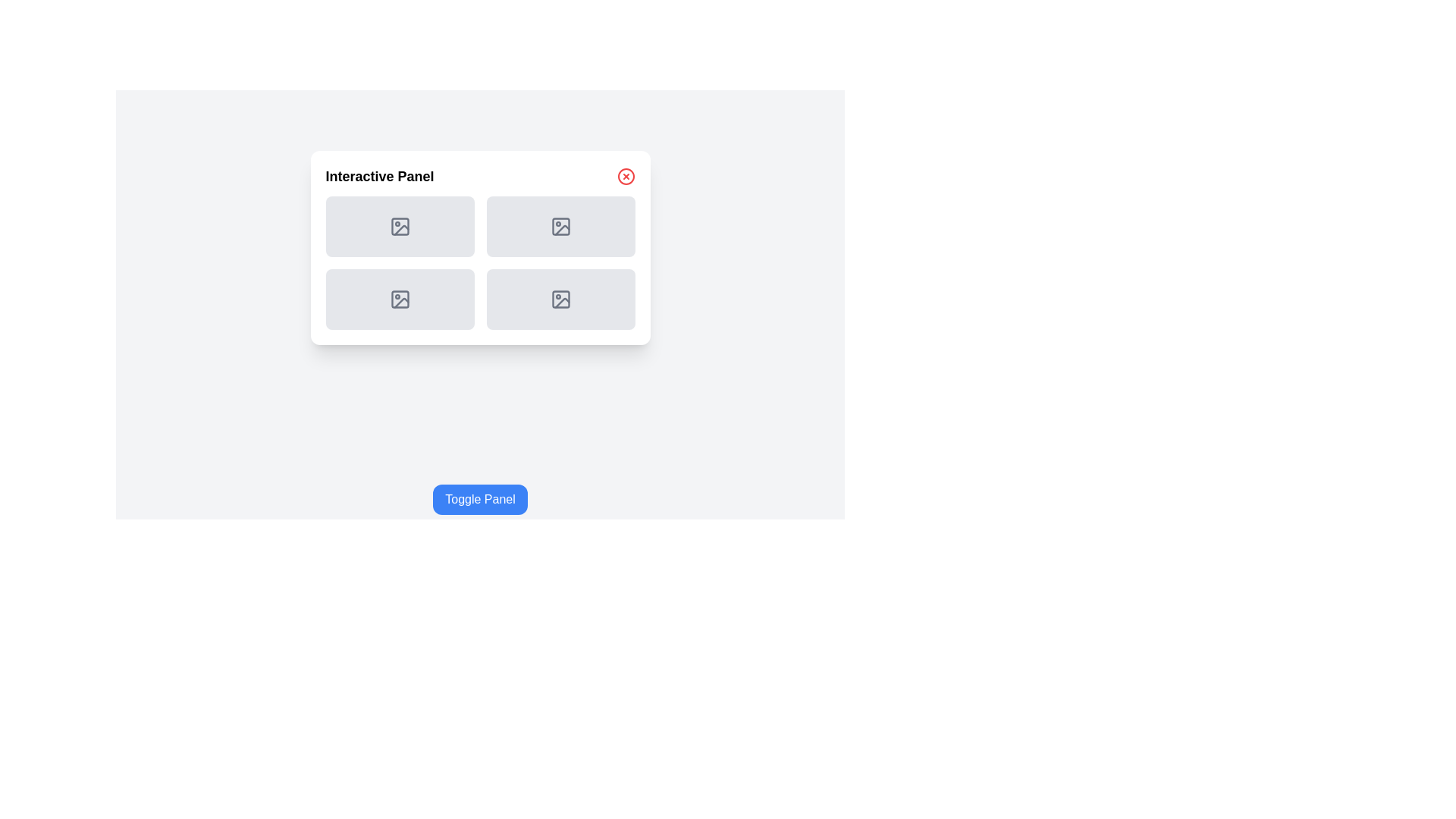  I want to click on the photo frame icon, which is the fourth item in the grid of the 'Interactive Panel', so click(560, 299).